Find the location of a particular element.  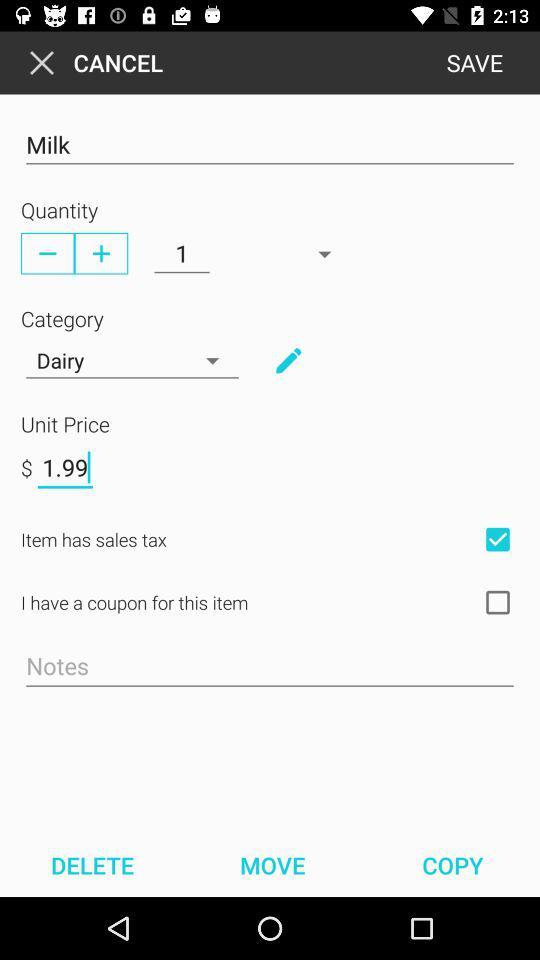

lower quantity of product is located at coordinates (47, 252).